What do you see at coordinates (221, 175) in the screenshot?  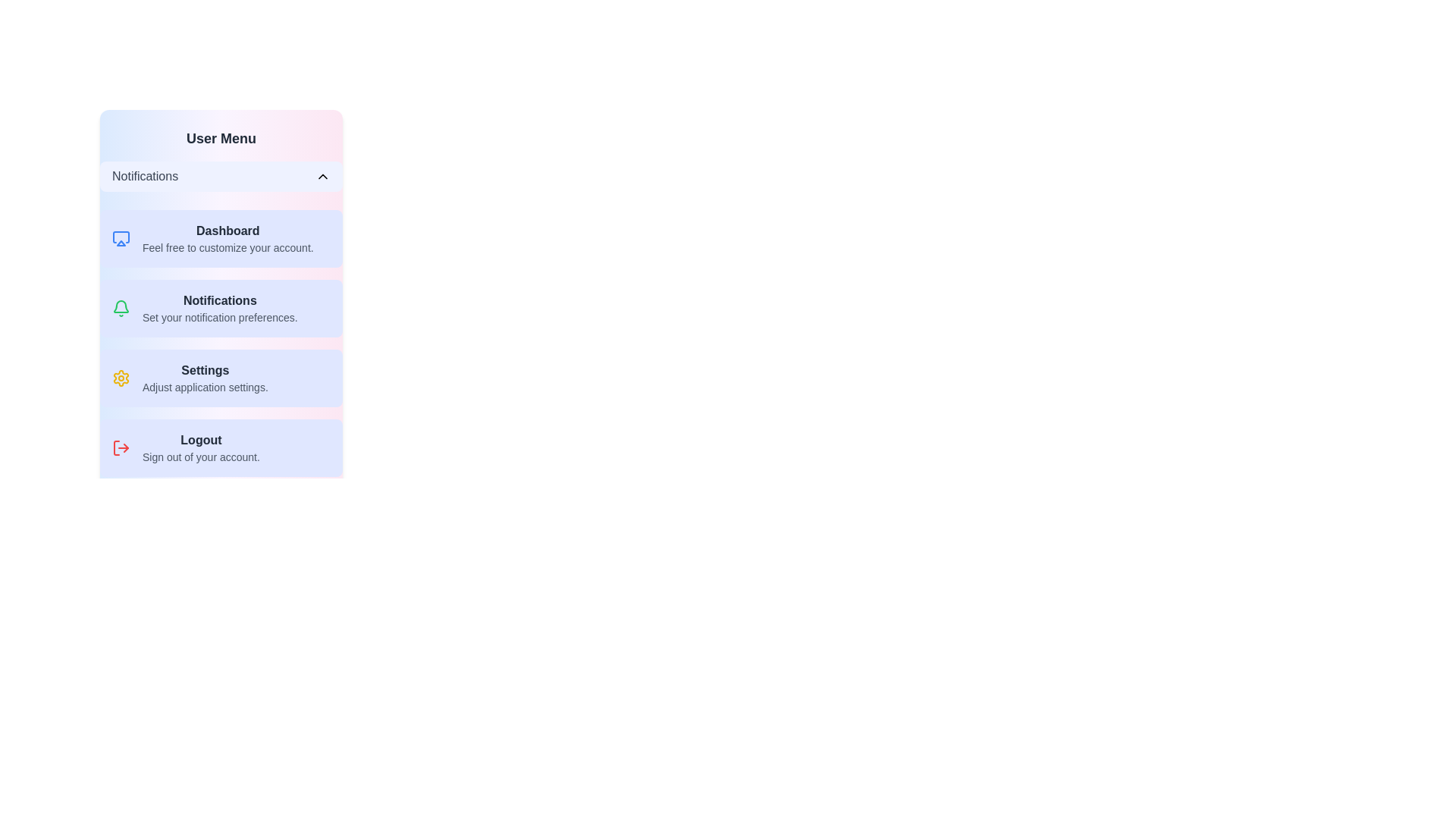 I see `the menu items to reveal their descriptions` at bounding box center [221, 175].